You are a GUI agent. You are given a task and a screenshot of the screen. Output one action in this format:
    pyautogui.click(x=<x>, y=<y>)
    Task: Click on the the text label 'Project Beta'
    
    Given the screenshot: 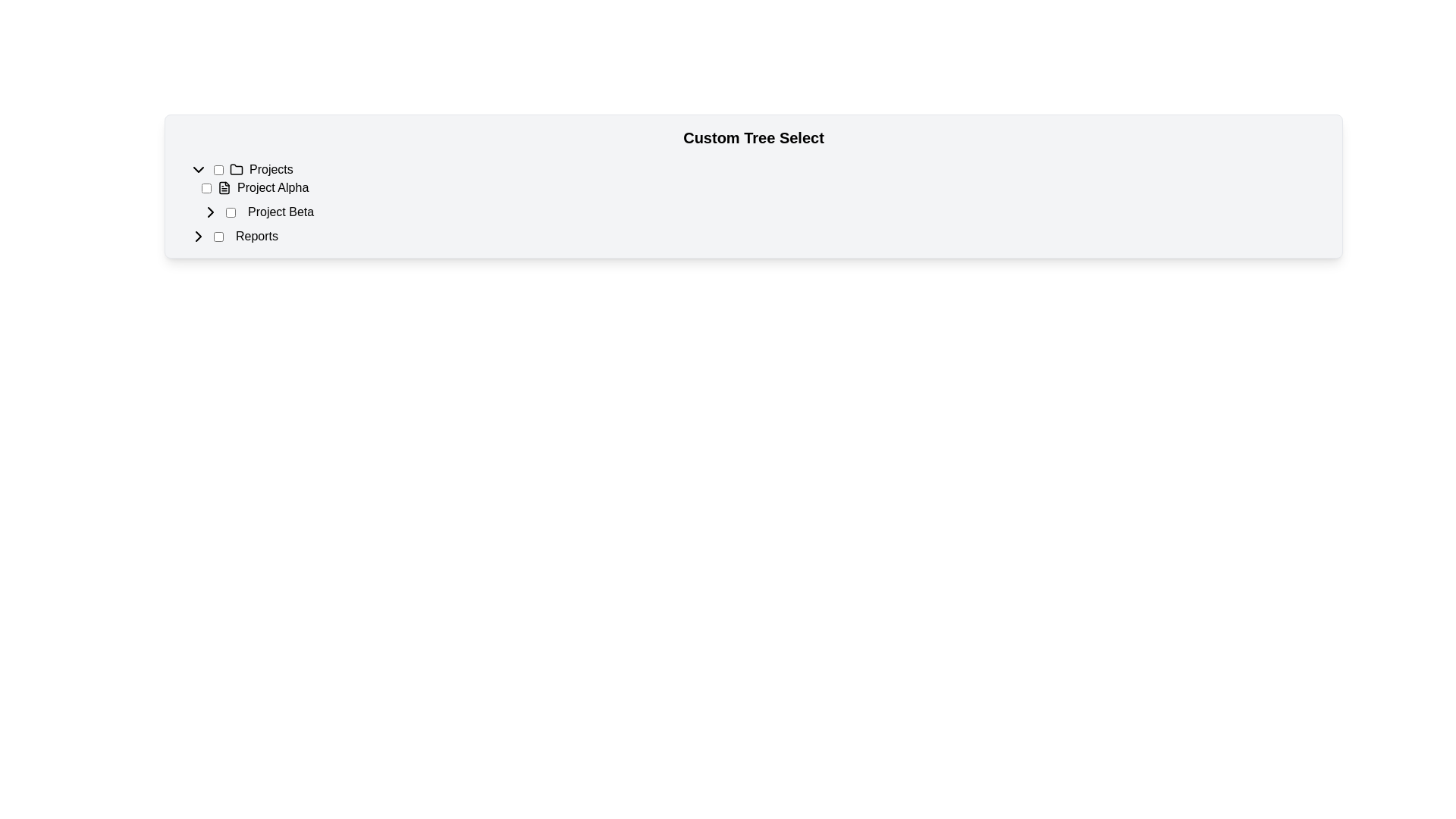 What is the action you would take?
    pyautogui.click(x=281, y=212)
    